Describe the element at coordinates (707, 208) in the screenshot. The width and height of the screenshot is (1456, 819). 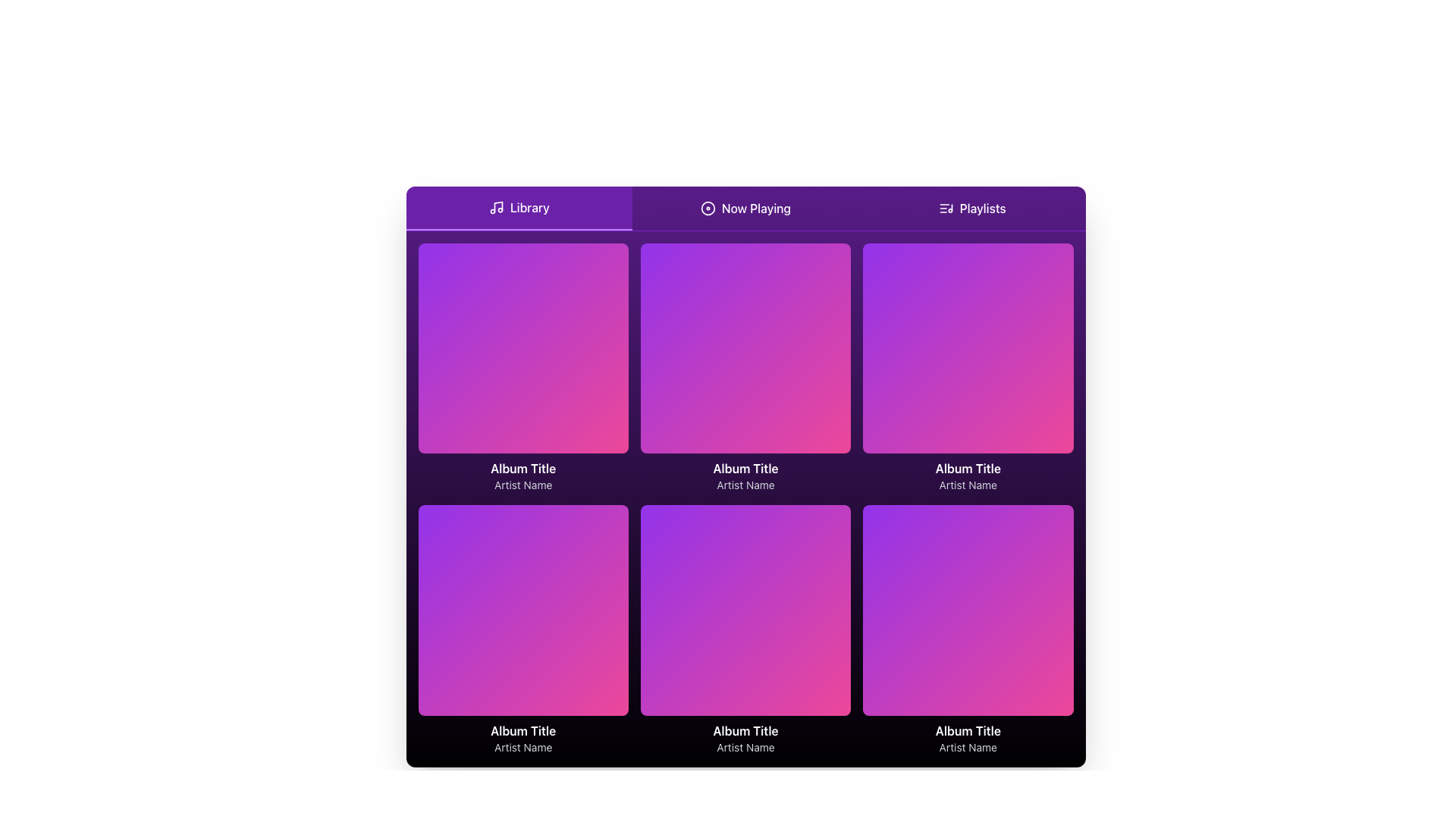
I see `the circular icon located to the left of the 'Now Playing' text in the top navigation bar, which features a minimalist design with an outer and inner circle` at that location.